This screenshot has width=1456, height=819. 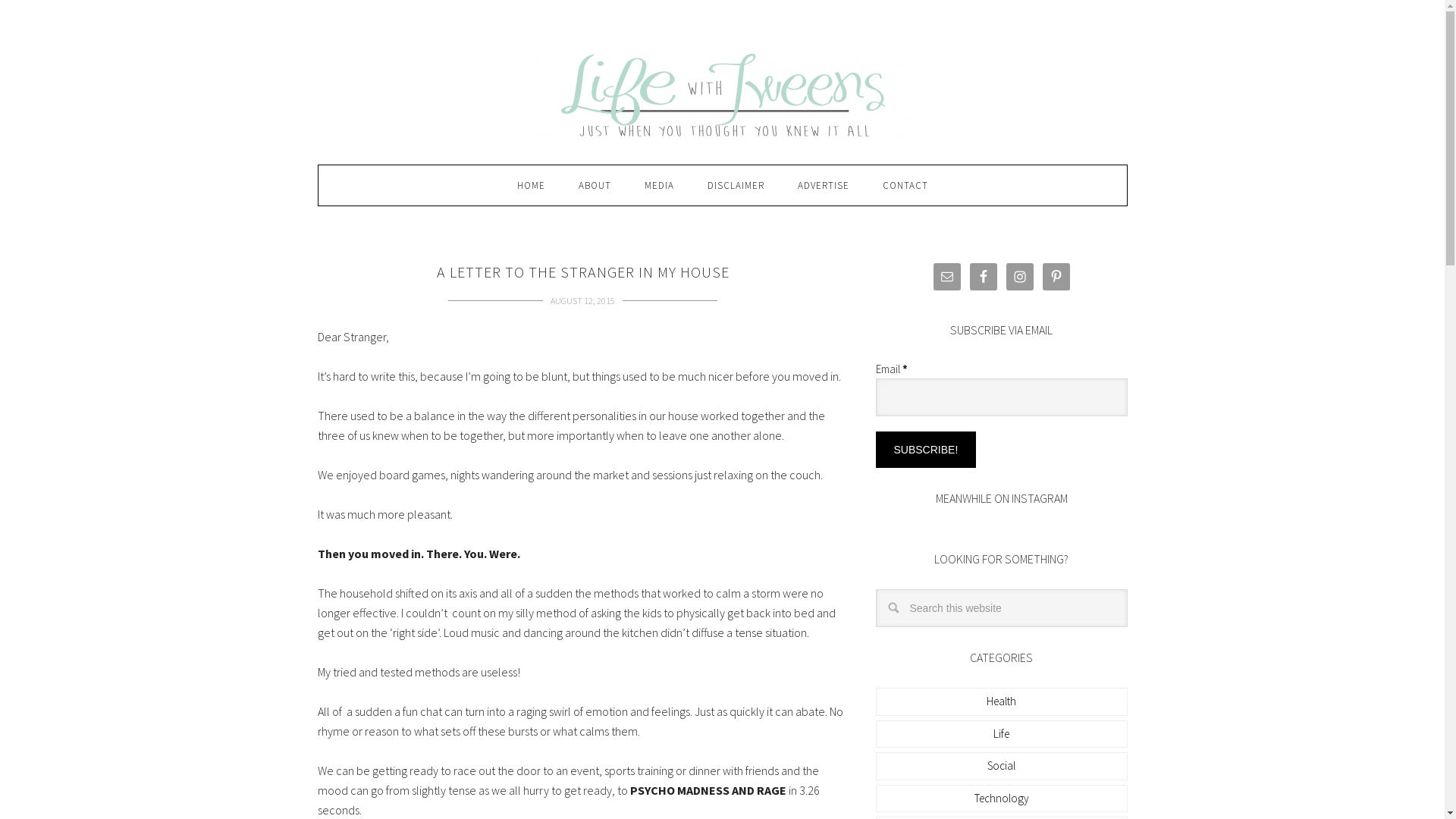 I want to click on 'Search', so click(x=1127, y=588).